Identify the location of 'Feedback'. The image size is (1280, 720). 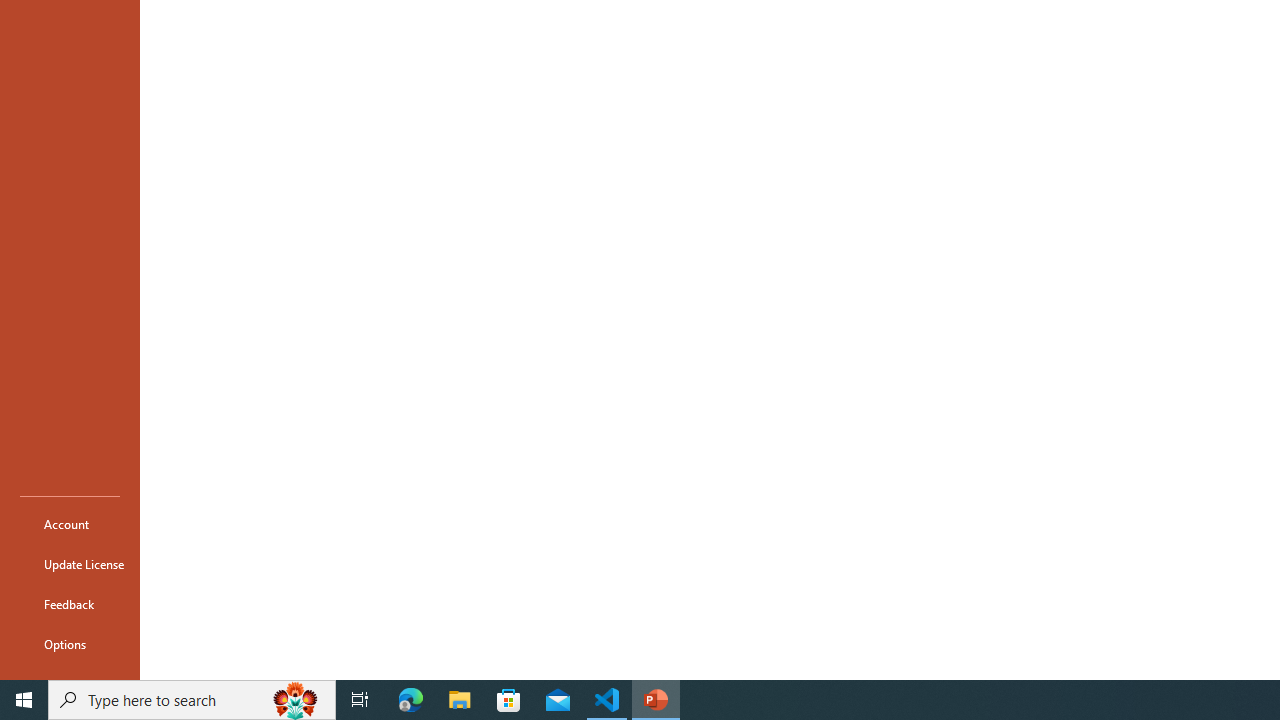
(69, 603).